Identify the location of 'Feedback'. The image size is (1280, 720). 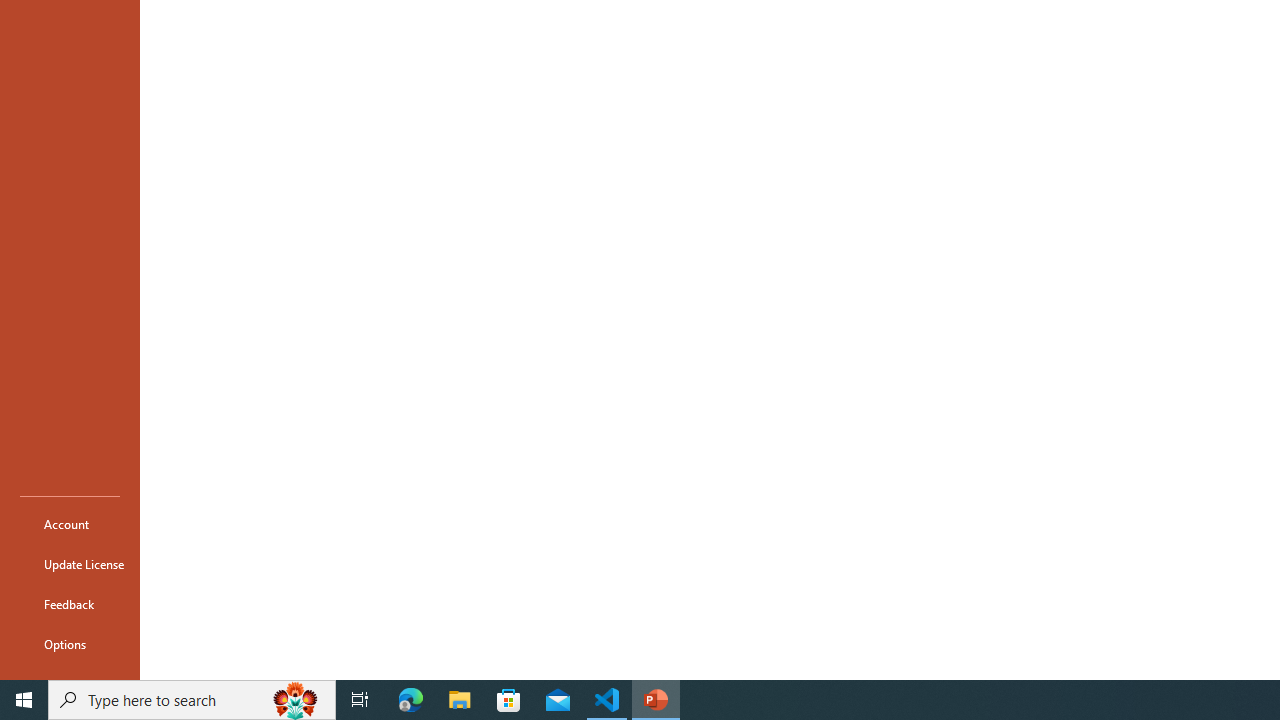
(69, 603).